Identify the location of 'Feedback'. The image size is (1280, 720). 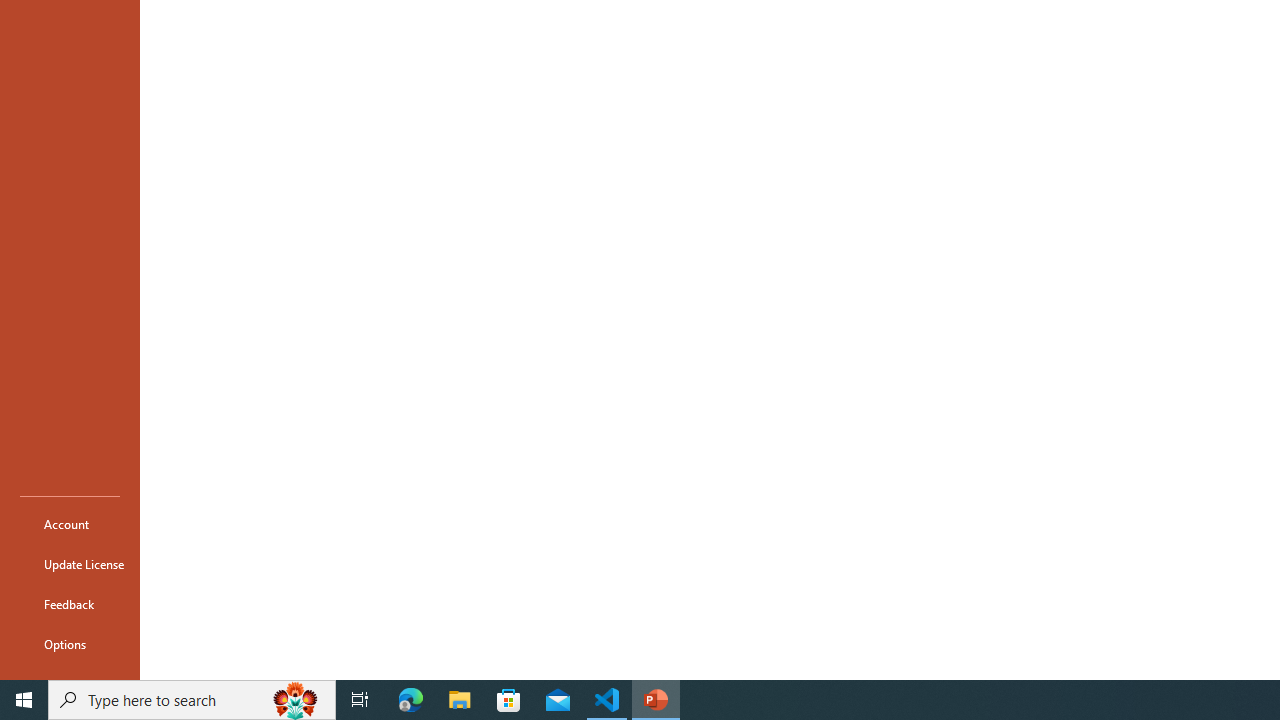
(69, 603).